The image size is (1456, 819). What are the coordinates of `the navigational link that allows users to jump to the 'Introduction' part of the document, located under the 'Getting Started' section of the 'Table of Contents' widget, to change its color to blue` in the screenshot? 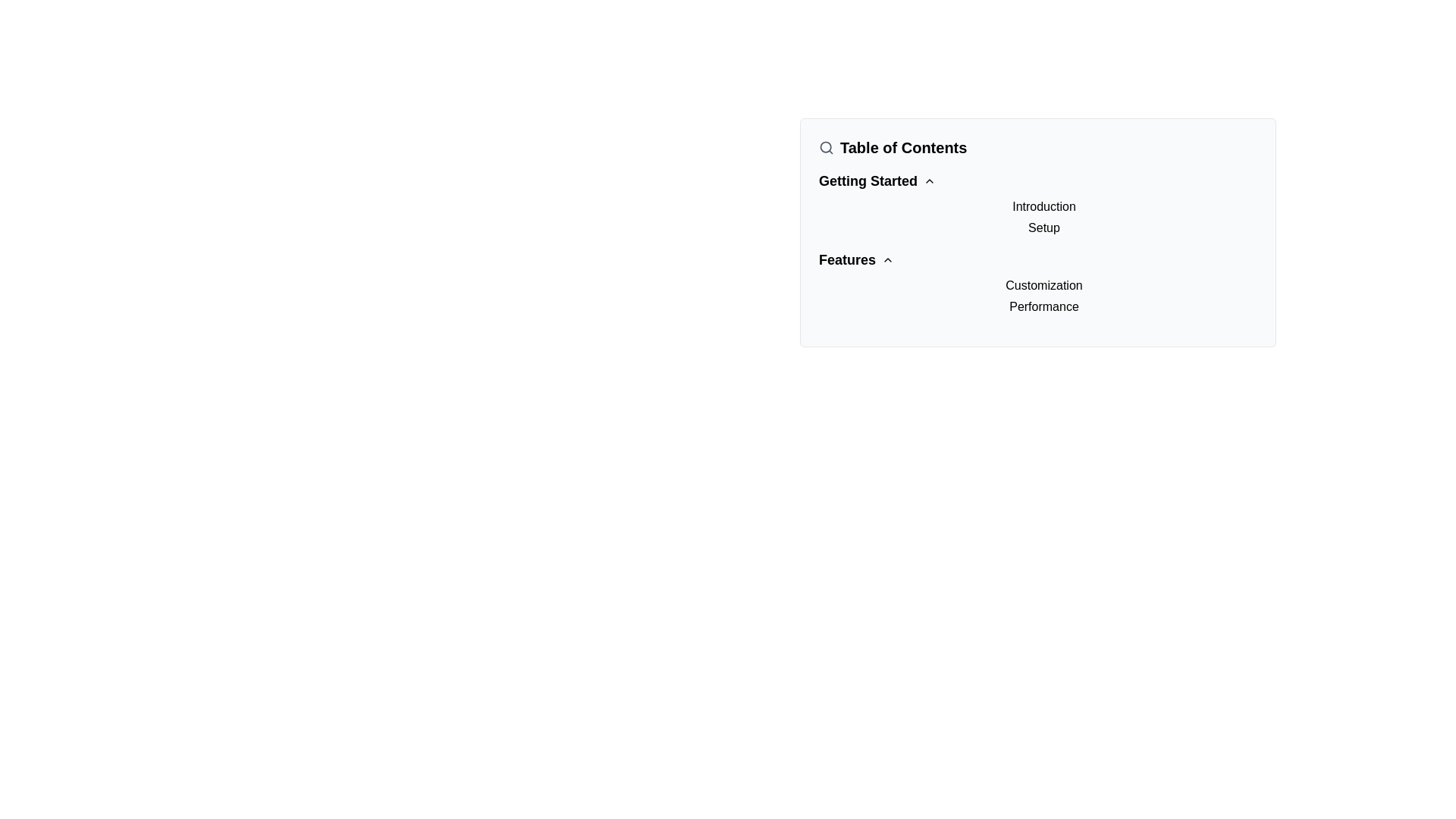 It's located at (1043, 207).